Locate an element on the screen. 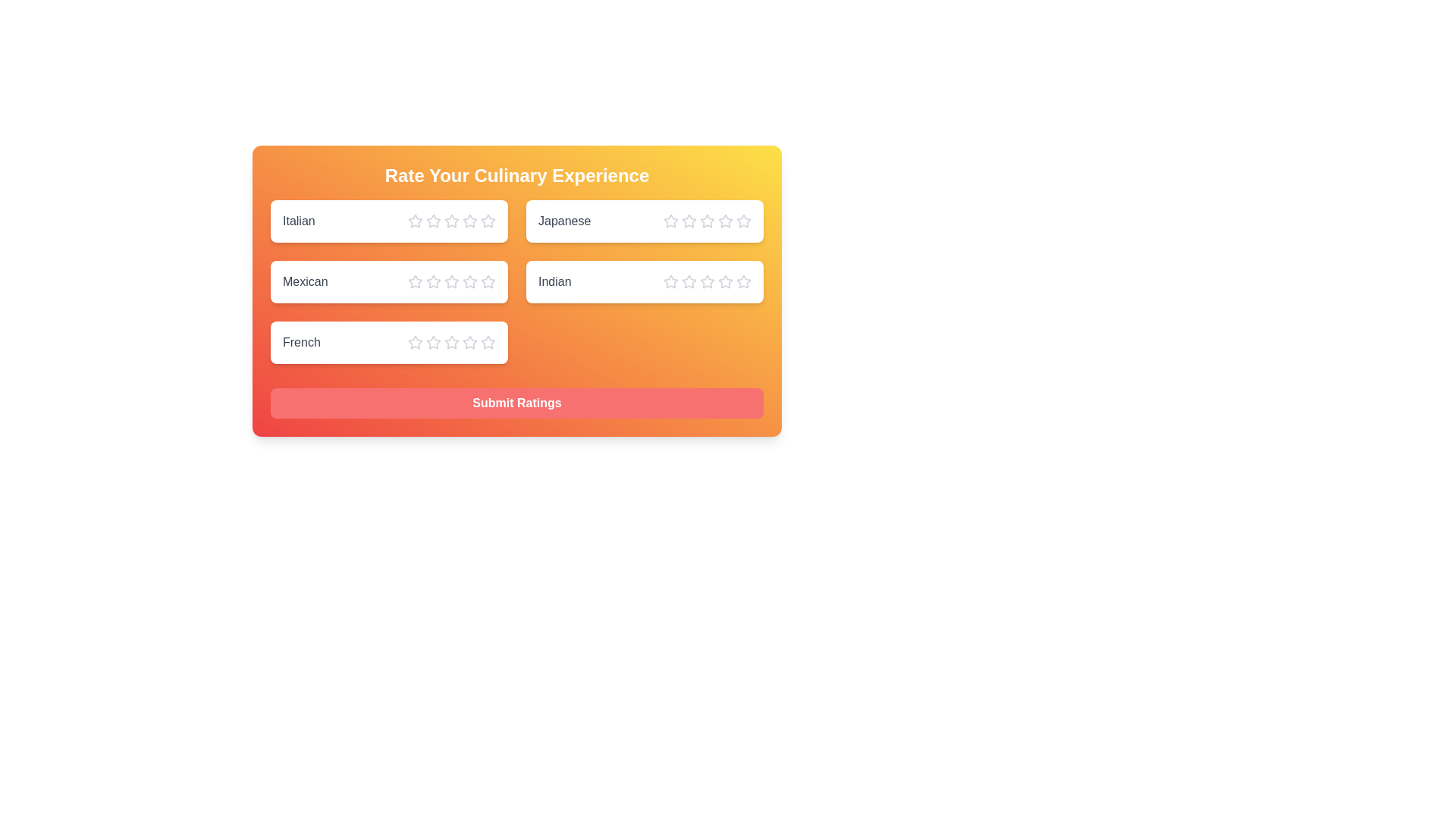 This screenshot has height=819, width=1456. the star corresponding to the rating 5 for the cuisine Mexican is located at coordinates (488, 281).